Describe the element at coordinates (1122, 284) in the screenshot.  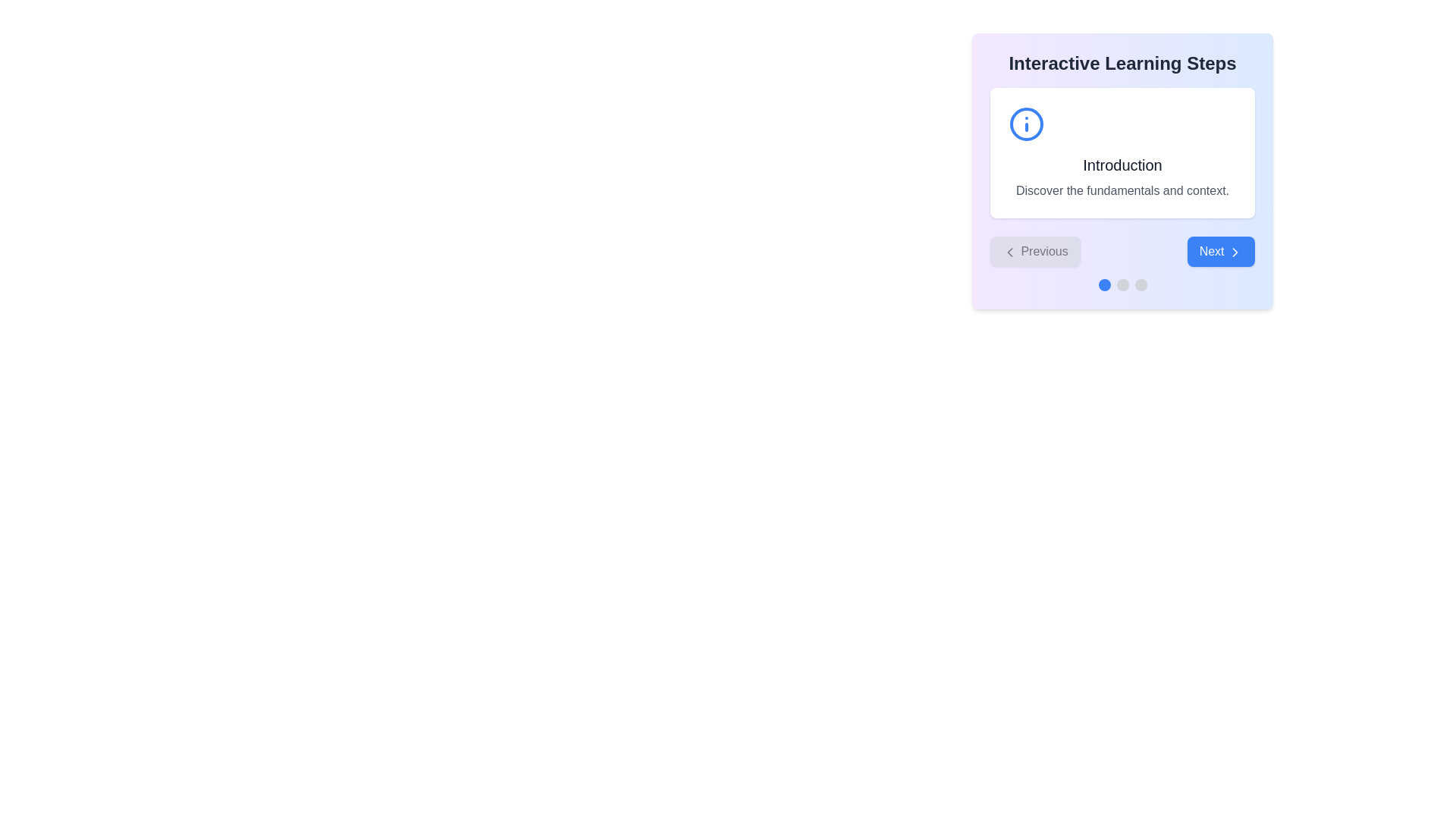
I see `the blue circle of the Step indicator` at that location.